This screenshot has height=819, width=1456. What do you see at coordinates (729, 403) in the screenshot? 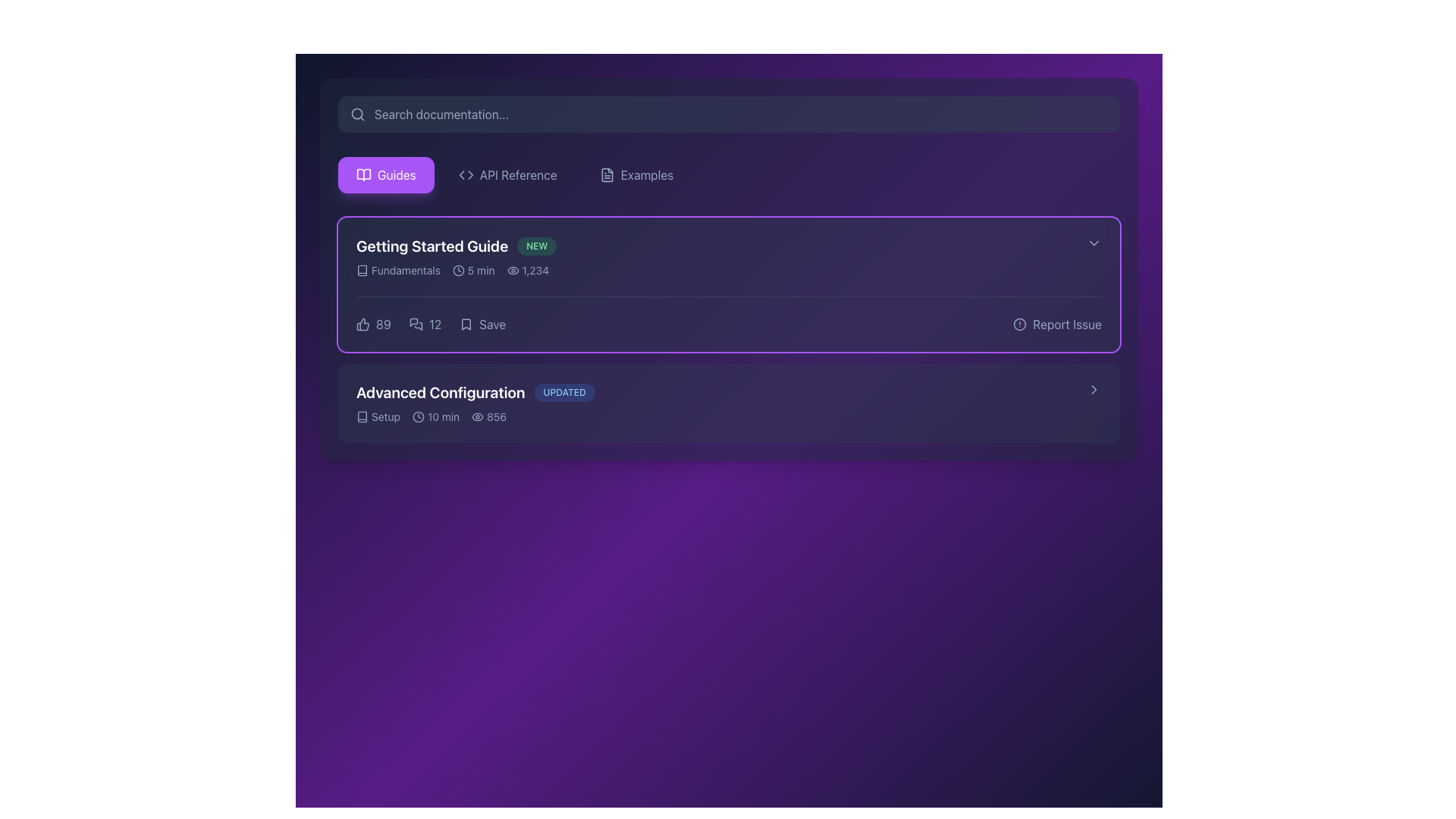
I see `the list item labeled 'Advanced Configuration UPDATED'` at bounding box center [729, 403].